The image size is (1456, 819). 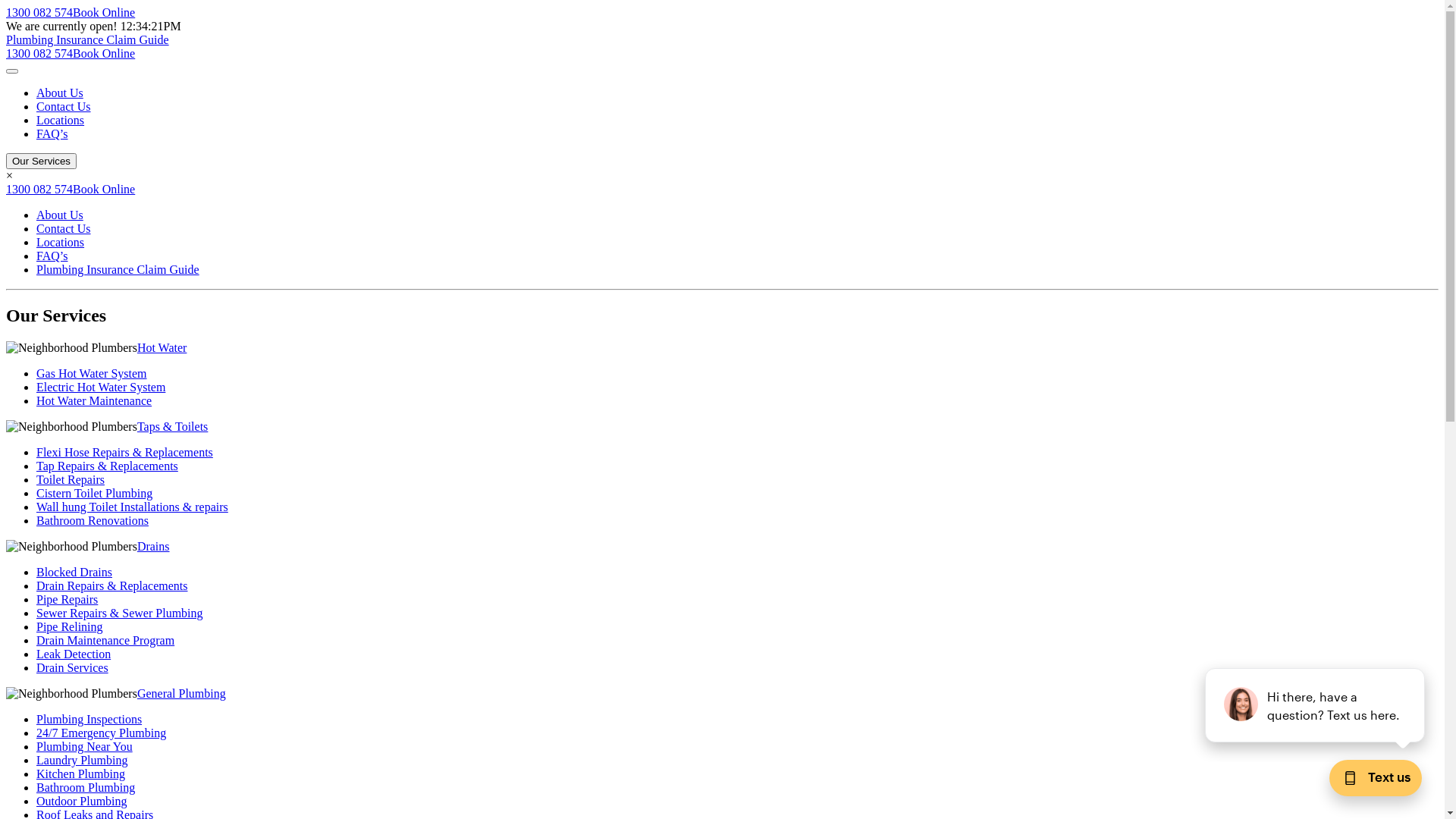 What do you see at coordinates (72, 653) in the screenshot?
I see `'Leak Detection'` at bounding box center [72, 653].